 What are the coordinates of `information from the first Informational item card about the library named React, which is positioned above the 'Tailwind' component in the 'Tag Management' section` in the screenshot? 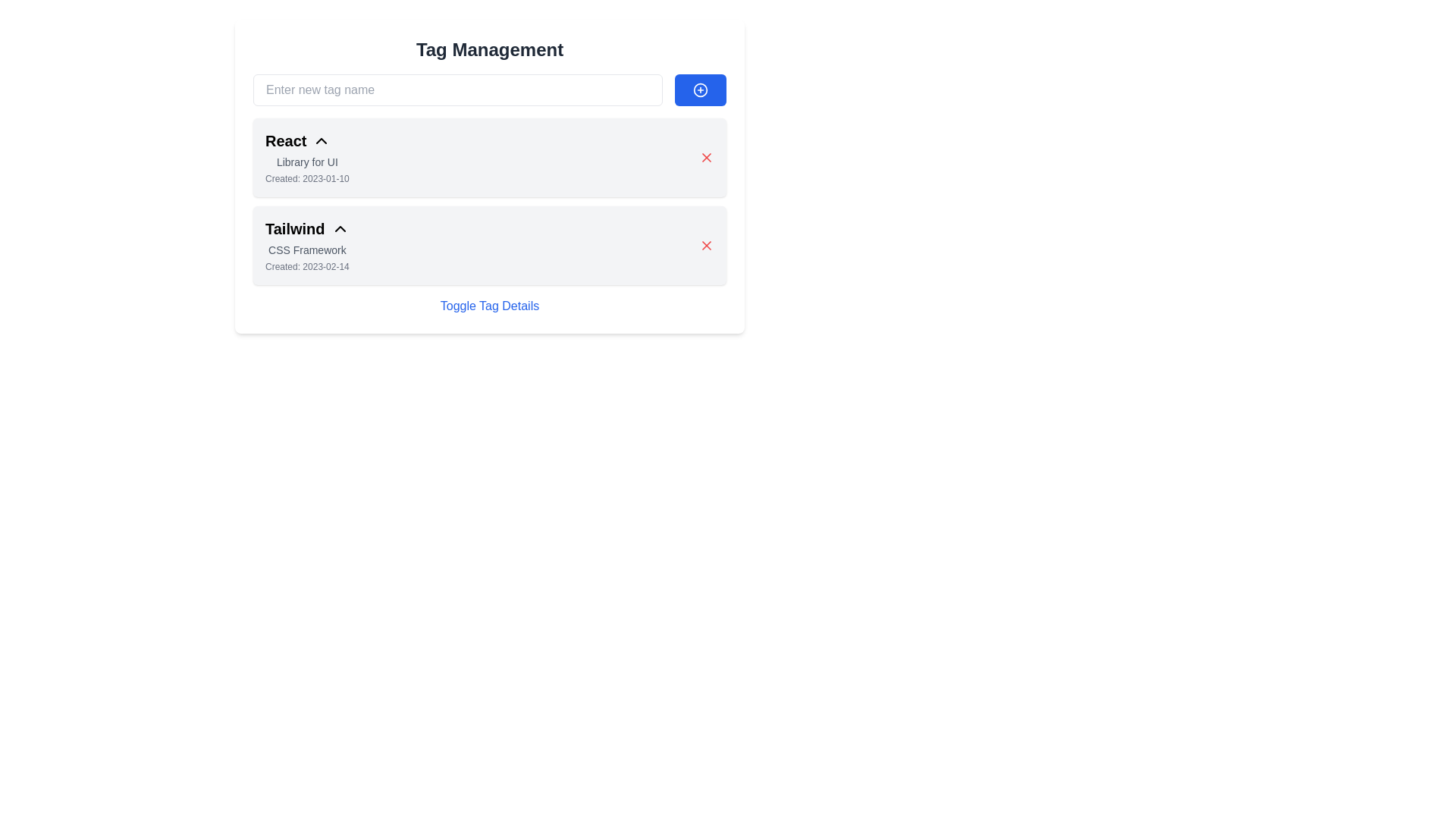 It's located at (490, 158).